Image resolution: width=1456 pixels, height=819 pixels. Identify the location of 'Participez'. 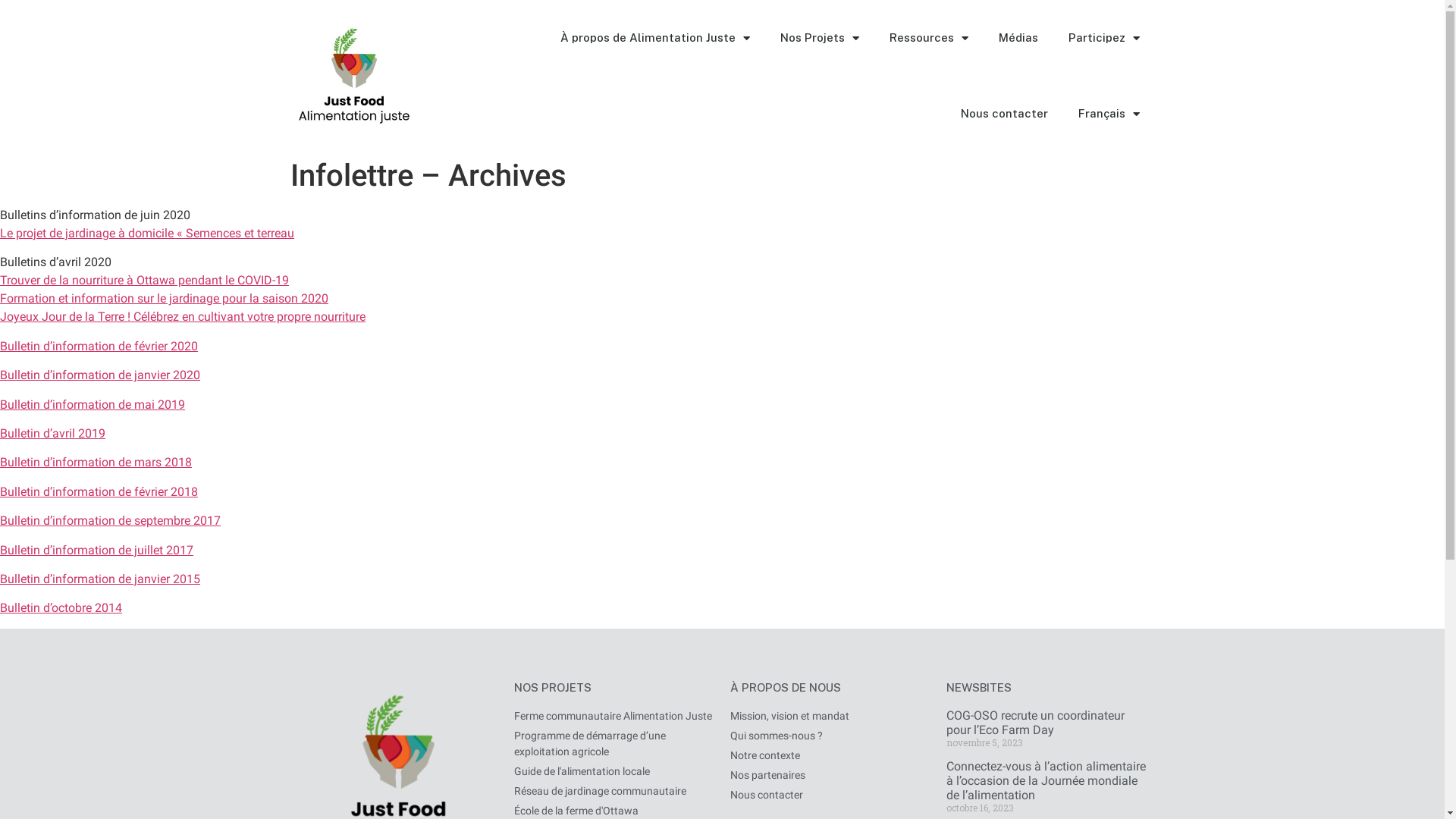
(1103, 37).